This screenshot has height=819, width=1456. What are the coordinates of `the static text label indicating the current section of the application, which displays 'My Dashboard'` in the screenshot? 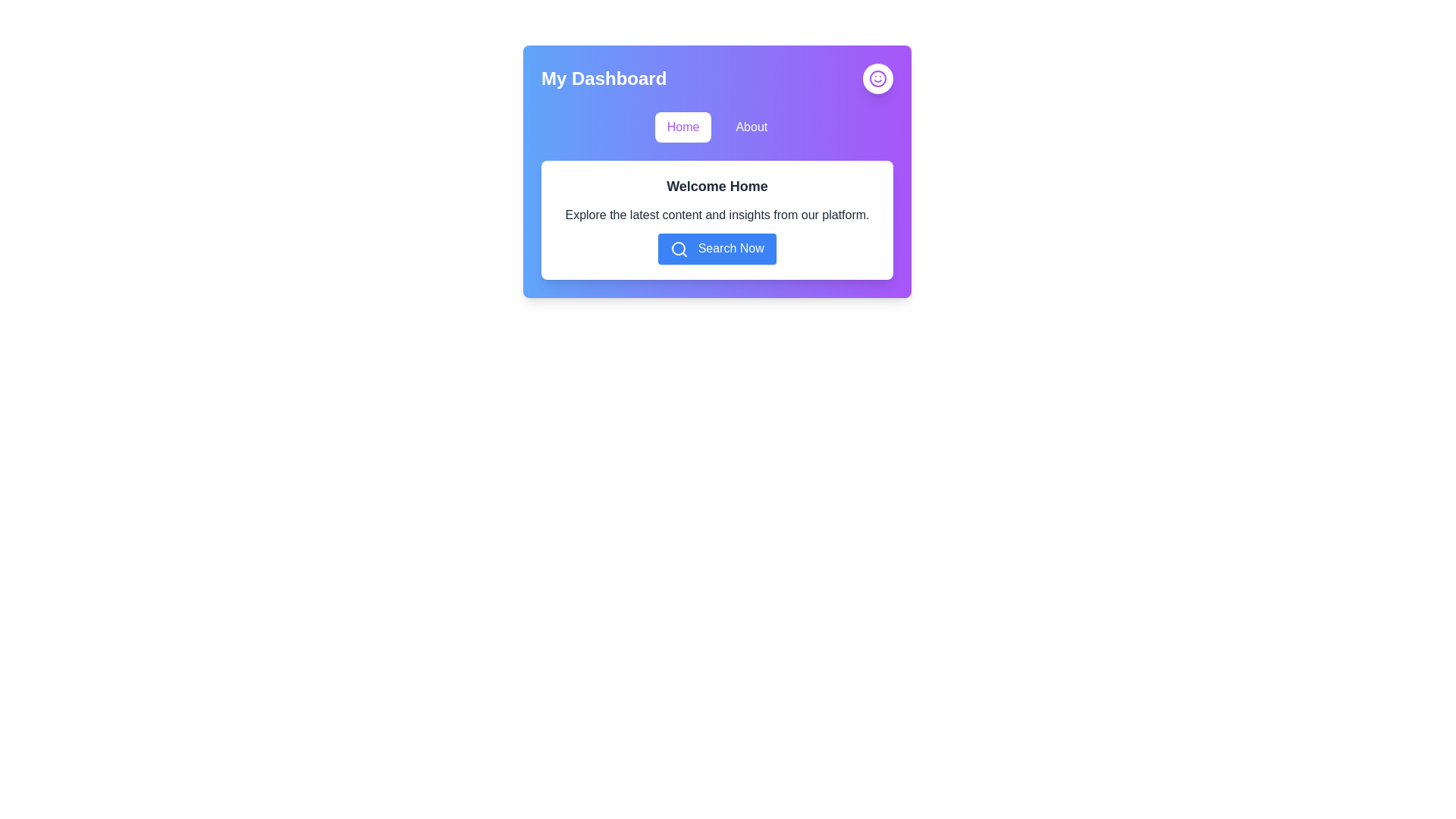 It's located at (603, 79).